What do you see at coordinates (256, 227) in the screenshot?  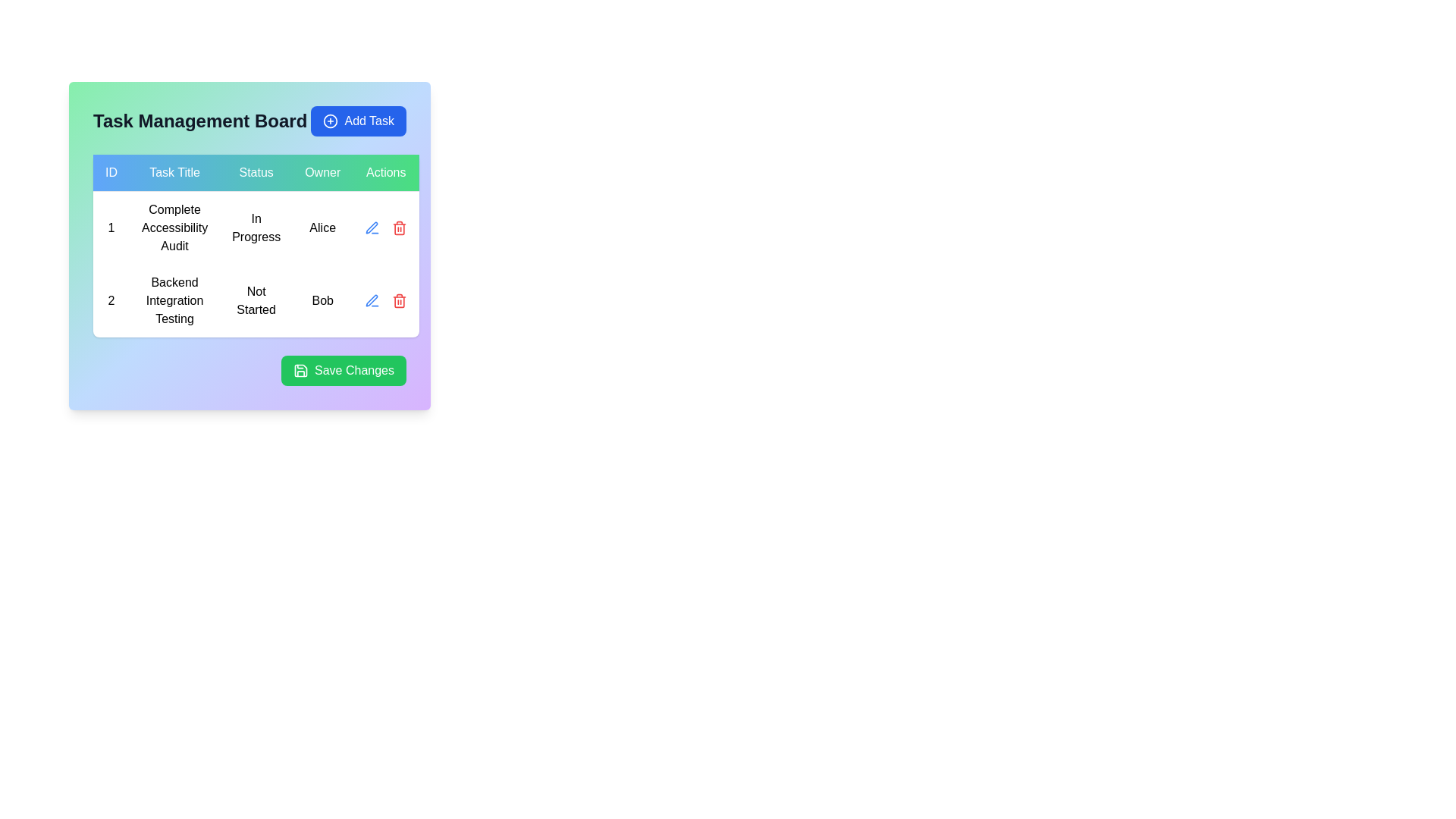 I see `the static text label displaying 'In Progress' in the 'Status' column of the task management table` at bounding box center [256, 227].